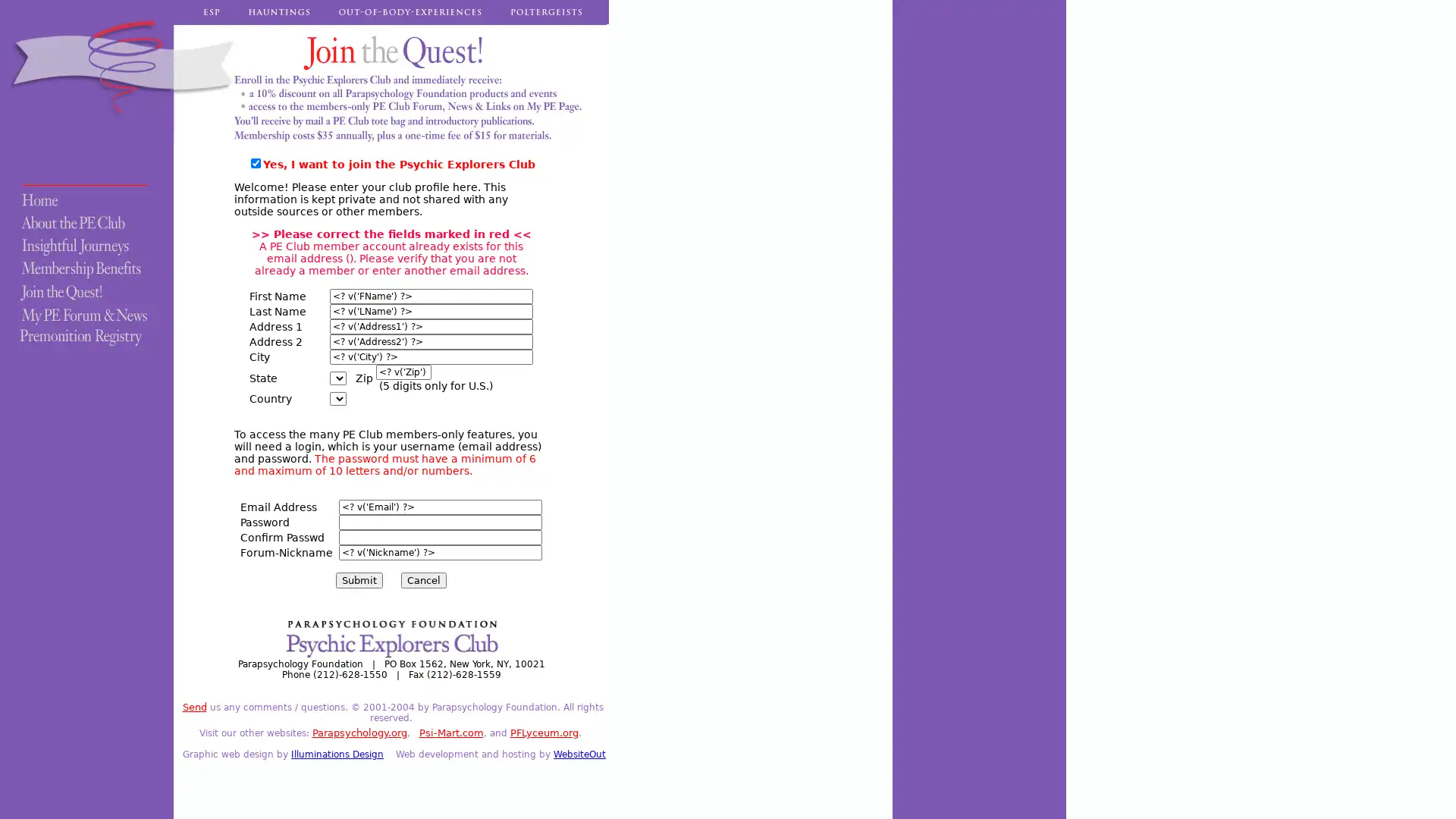  What do you see at coordinates (359, 580) in the screenshot?
I see `Submit` at bounding box center [359, 580].